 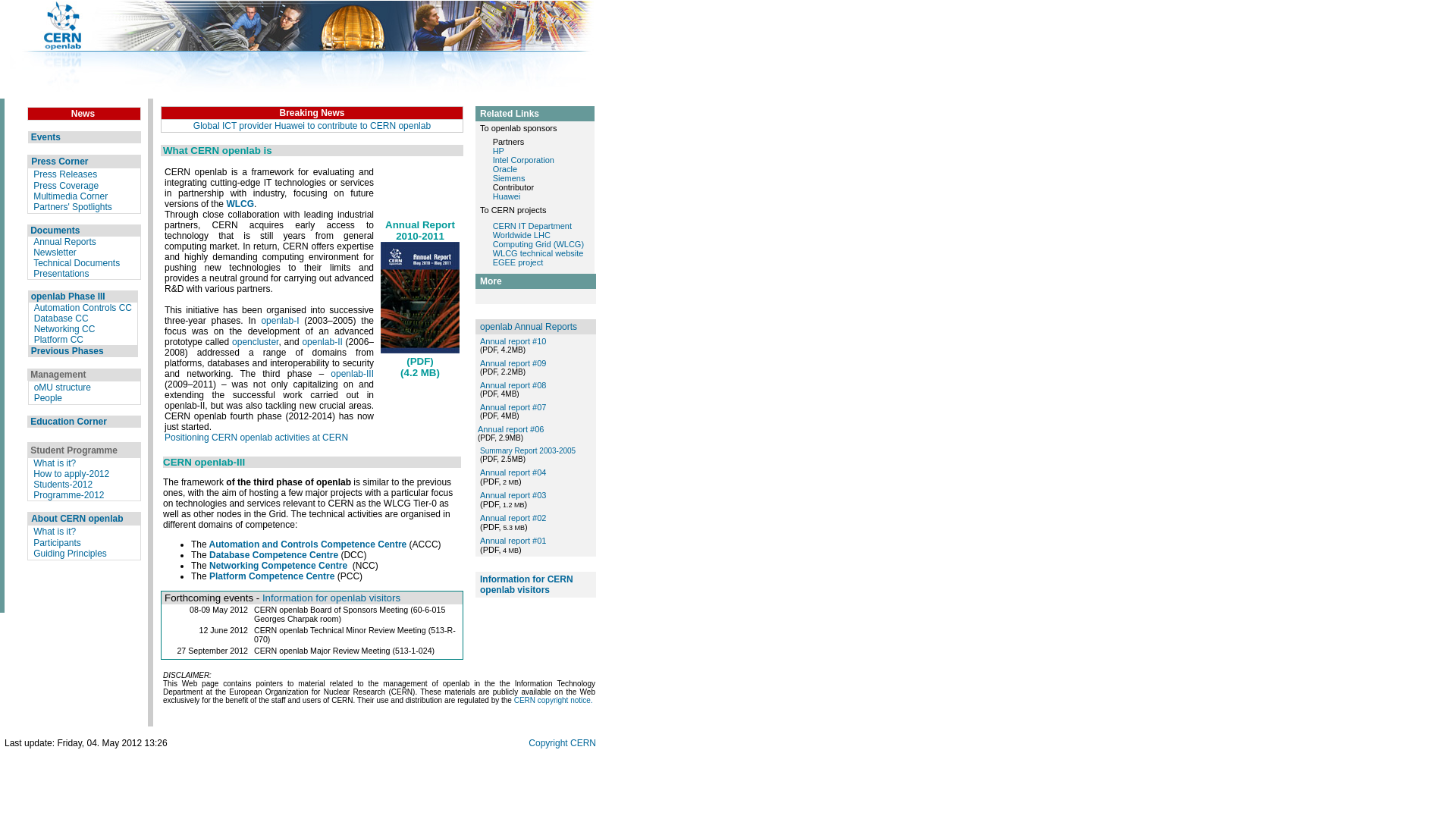 What do you see at coordinates (479, 450) in the screenshot?
I see `'Summary Report 2003-2005'` at bounding box center [479, 450].